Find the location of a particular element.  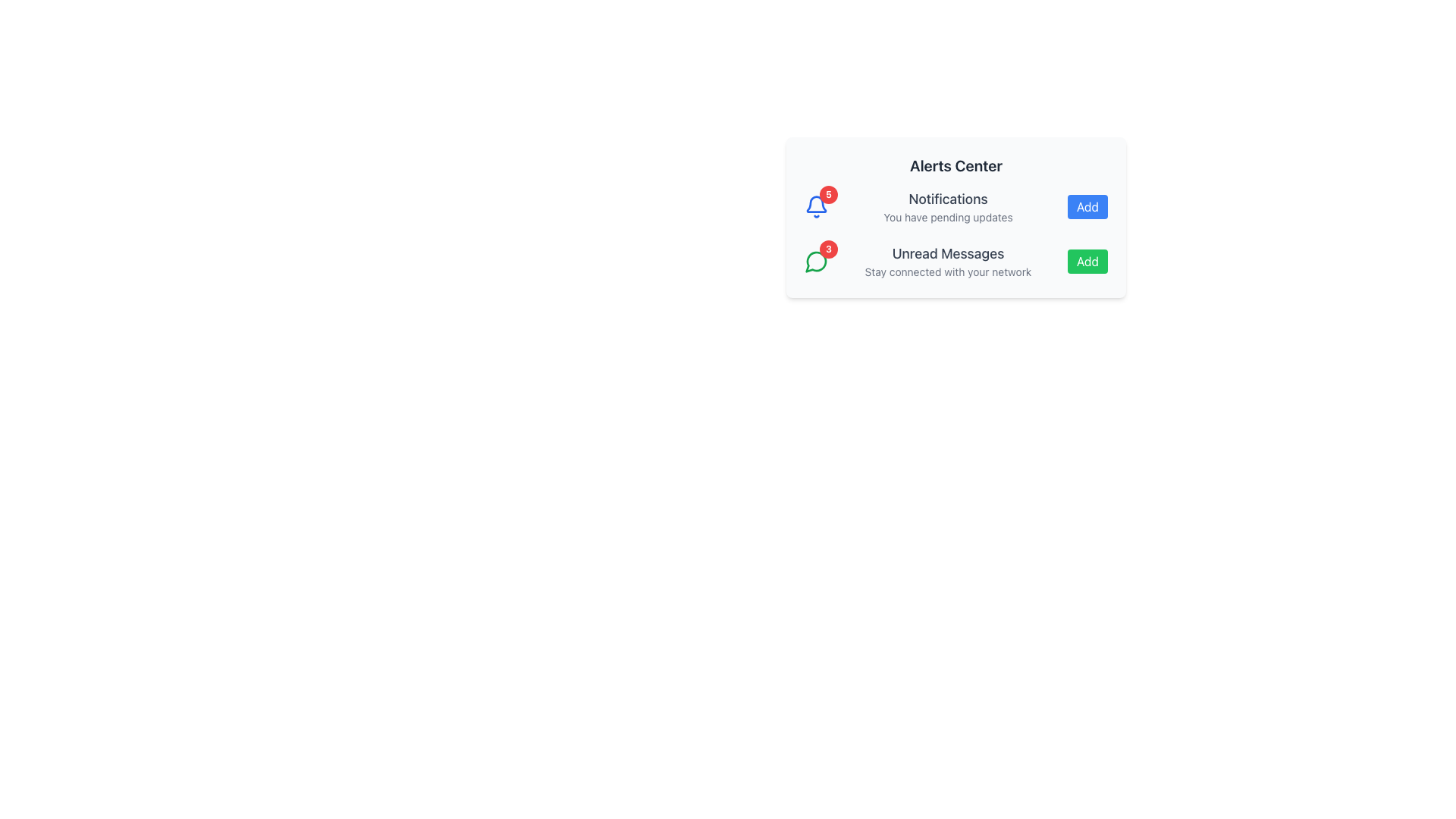

the header text indicating the topic of unread messages located in the 'Alerts Center' section, positioned to the right of a green chat icon with a badge showing '3' is located at coordinates (947, 253).